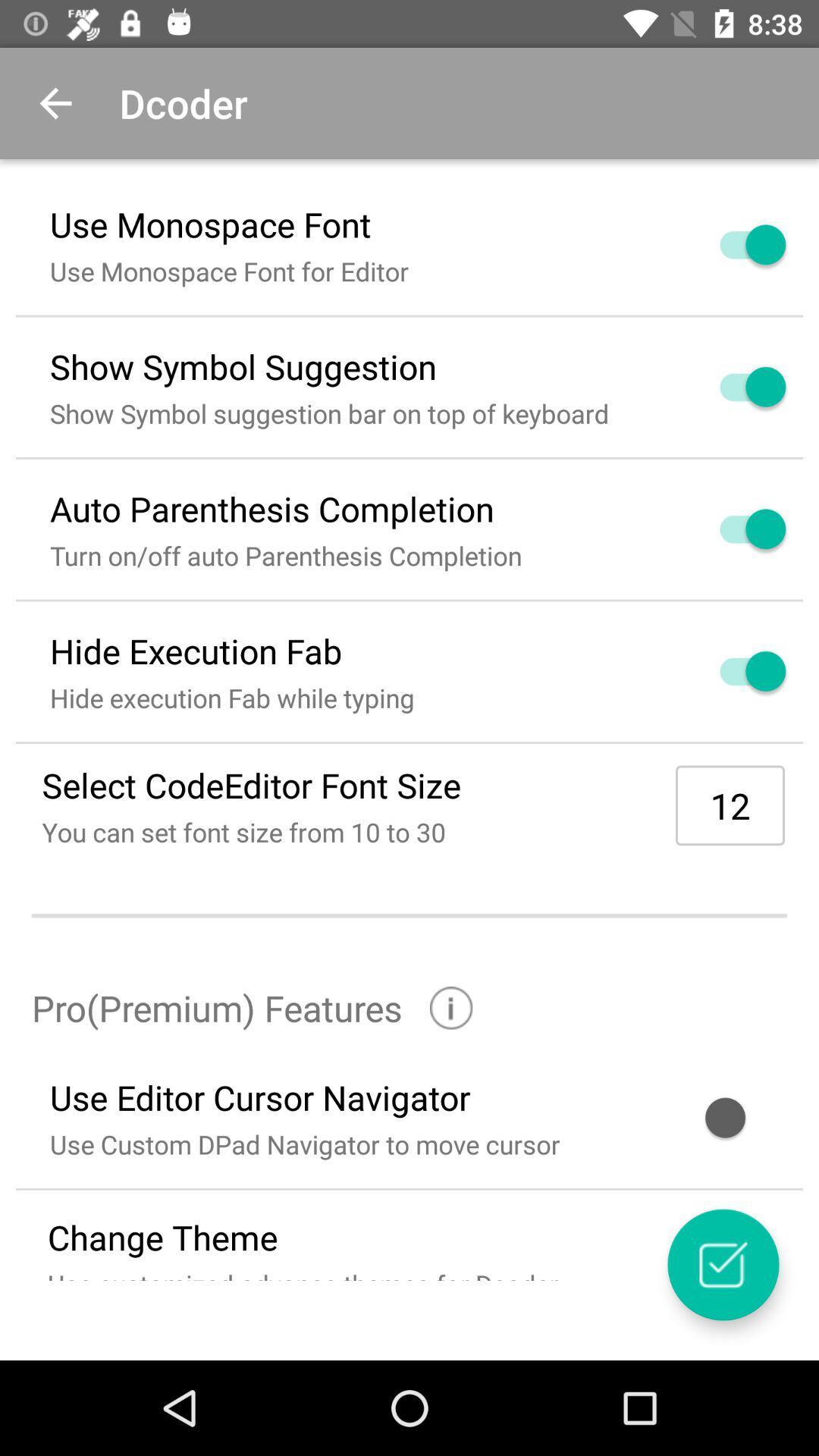 The image size is (819, 1456). Describe the element at coordinates (722, 1264) in the screenshot. I see `the check icon` at that location.